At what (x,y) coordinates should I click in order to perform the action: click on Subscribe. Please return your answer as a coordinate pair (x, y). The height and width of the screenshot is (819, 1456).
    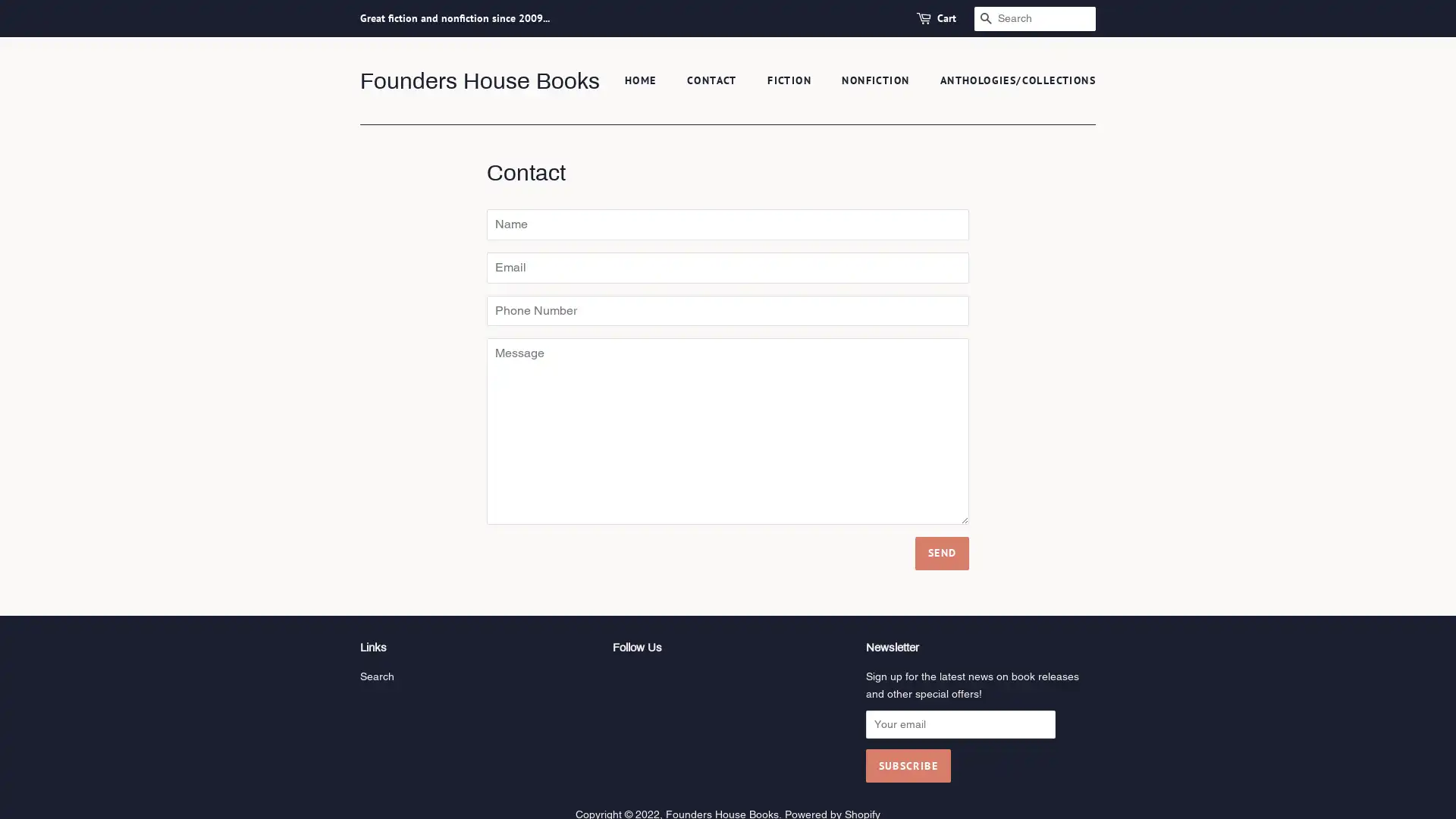
    Looking at the image, I should click on (907, 765).